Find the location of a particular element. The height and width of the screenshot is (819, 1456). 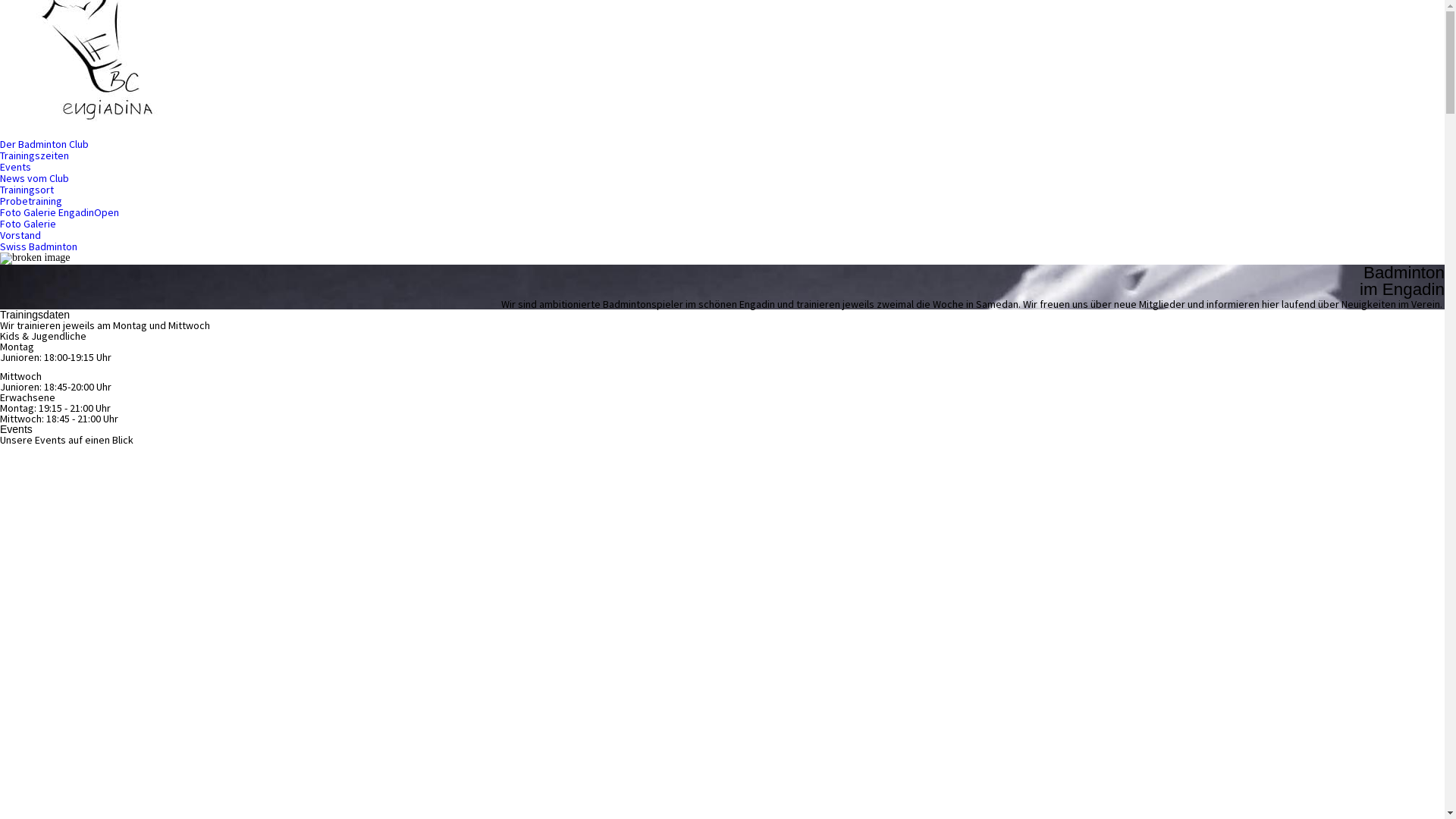

'Foto Galerie' is located at coordinates (28, 224).